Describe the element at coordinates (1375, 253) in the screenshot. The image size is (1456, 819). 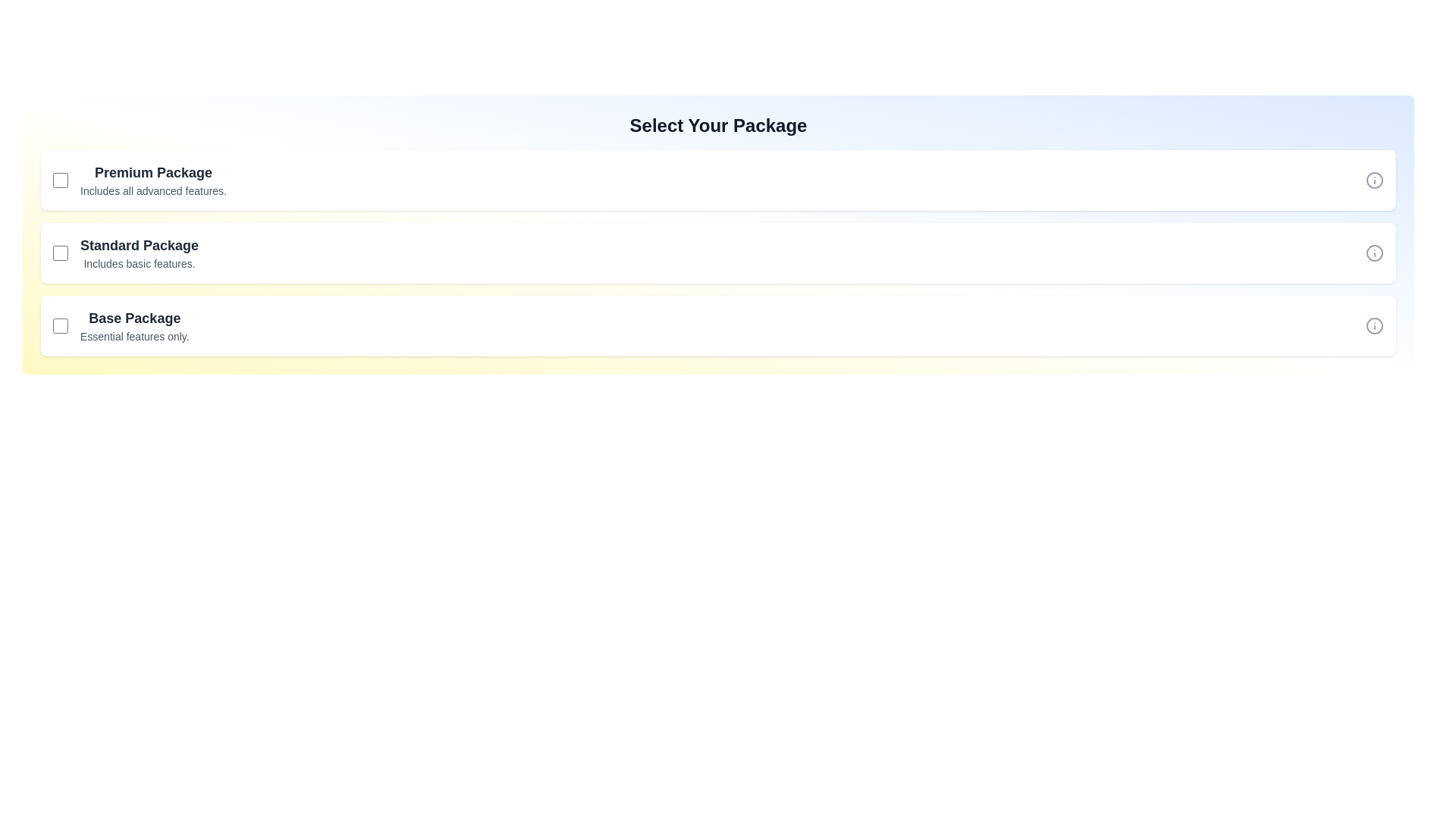
I see `information icon for Standard Package` at that location.